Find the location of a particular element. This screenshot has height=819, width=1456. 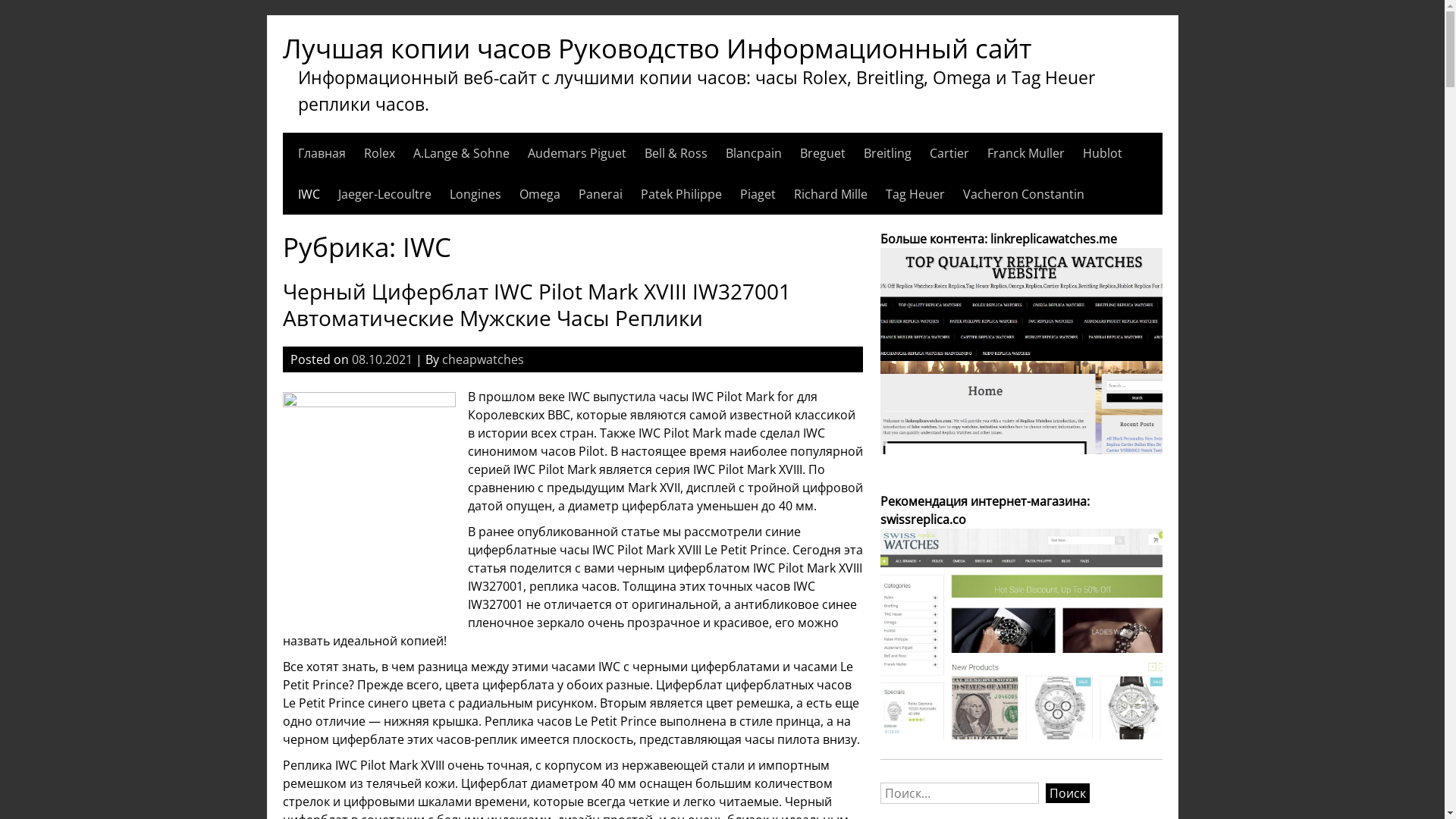

'Blancpain' is located at coordinates (753, 152).